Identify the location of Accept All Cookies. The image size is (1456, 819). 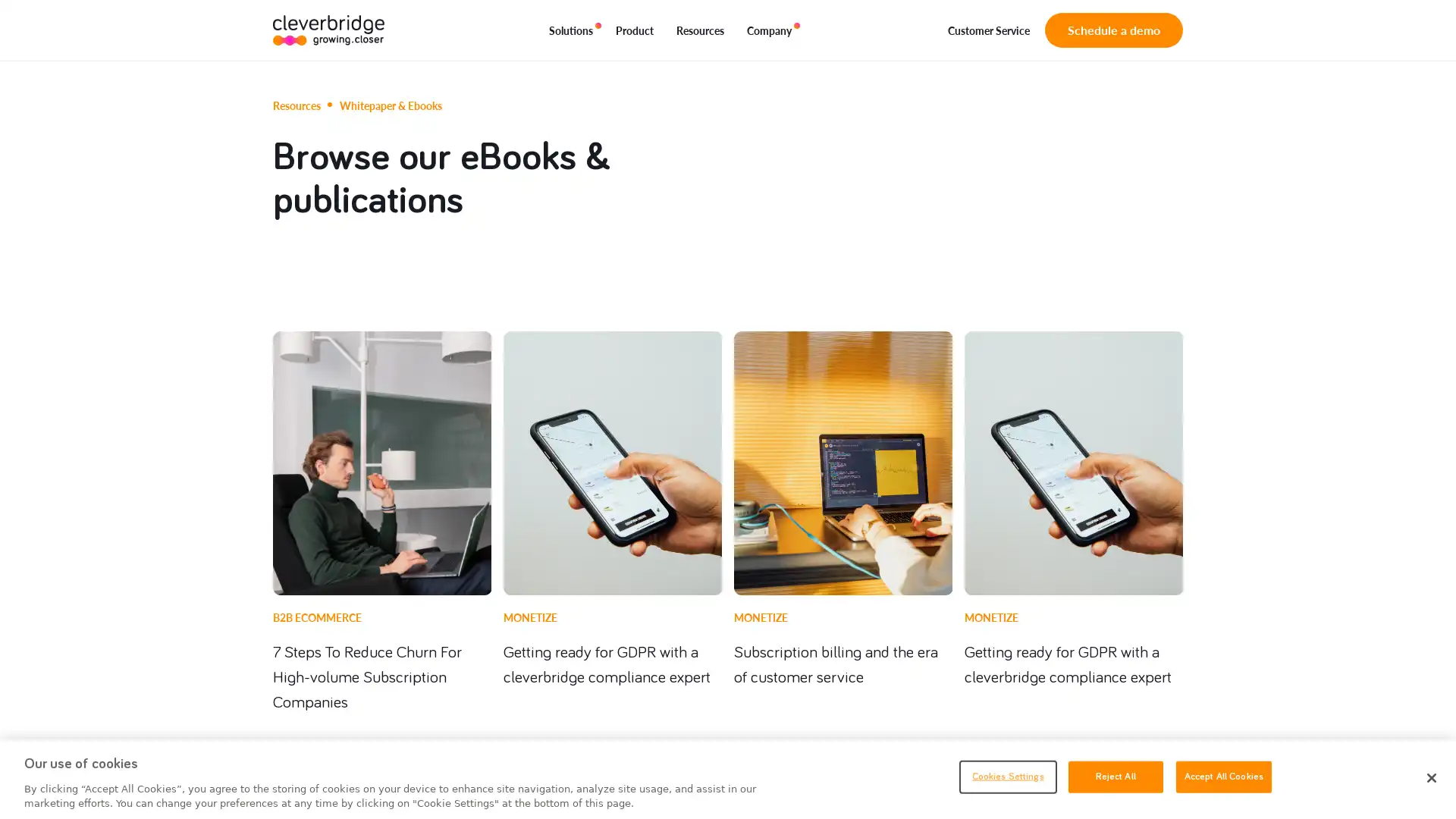
(1223, 776).